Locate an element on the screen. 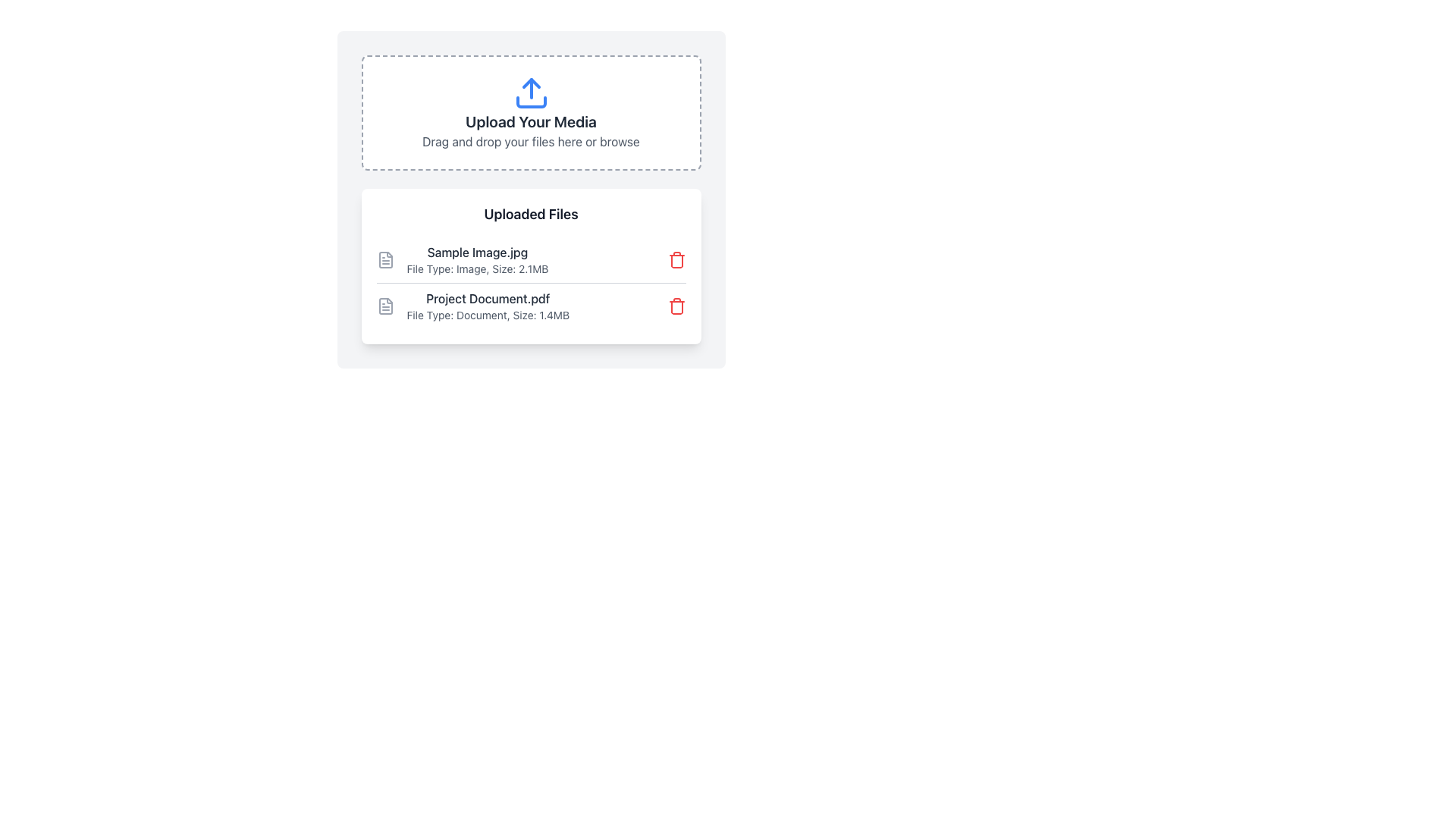  the file name in the 'Uploaded Files' section is located at coordinates (472, 306).